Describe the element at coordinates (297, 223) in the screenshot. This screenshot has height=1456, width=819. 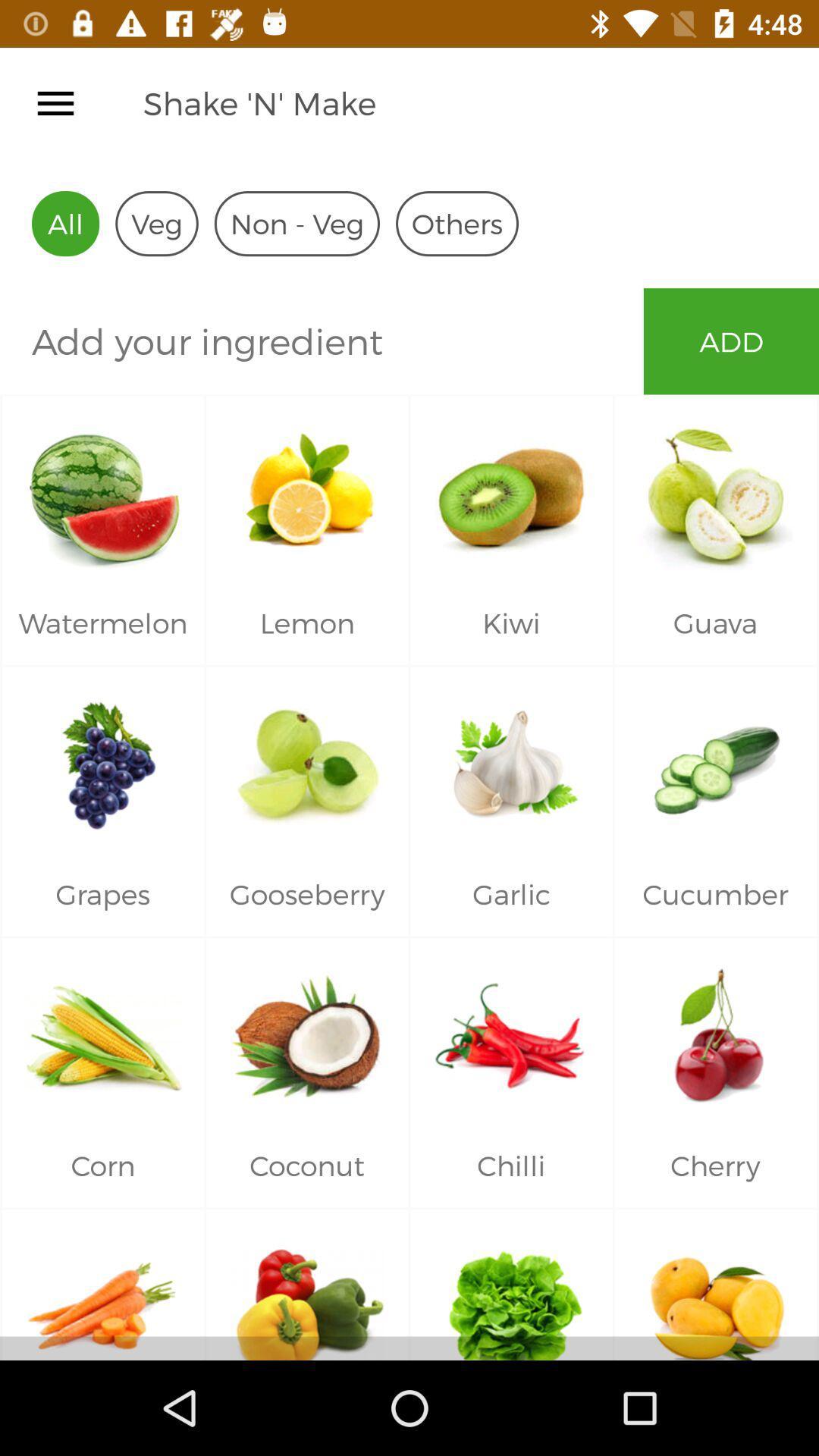
I see `the icon next to the veg item` at that location.